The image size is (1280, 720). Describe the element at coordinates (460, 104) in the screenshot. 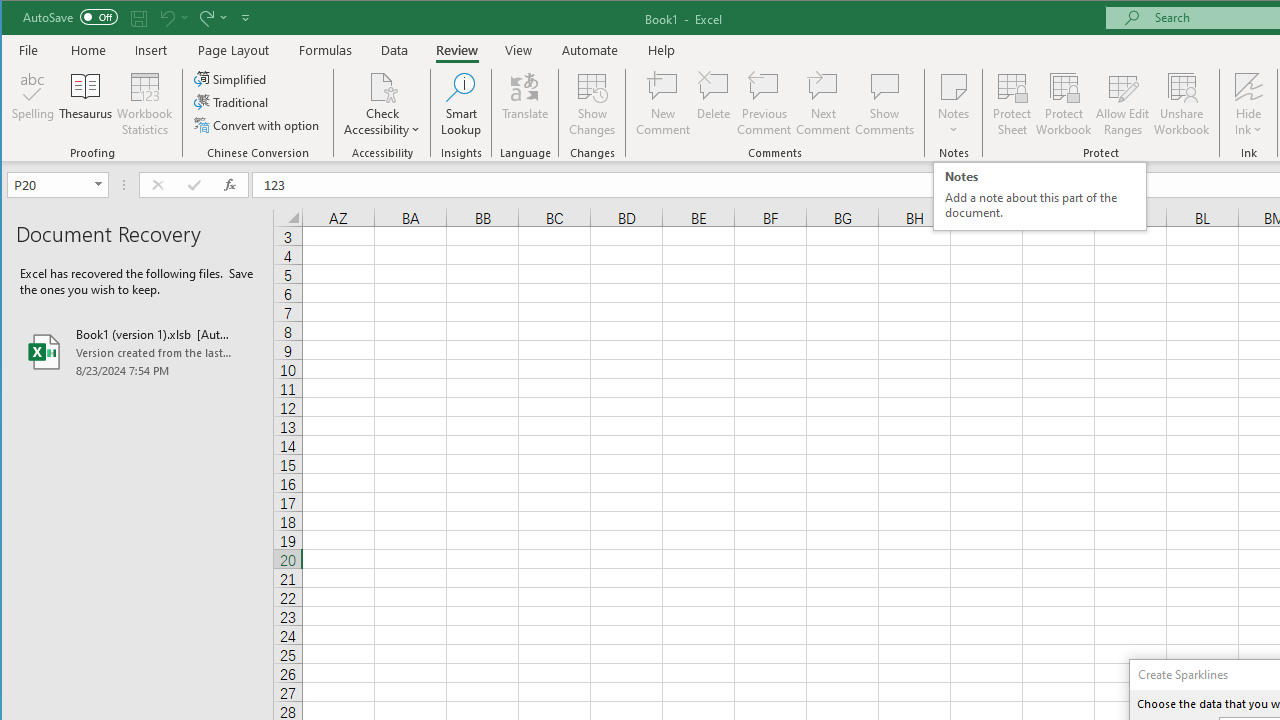

I see `'Smart Lookup'` at that location.